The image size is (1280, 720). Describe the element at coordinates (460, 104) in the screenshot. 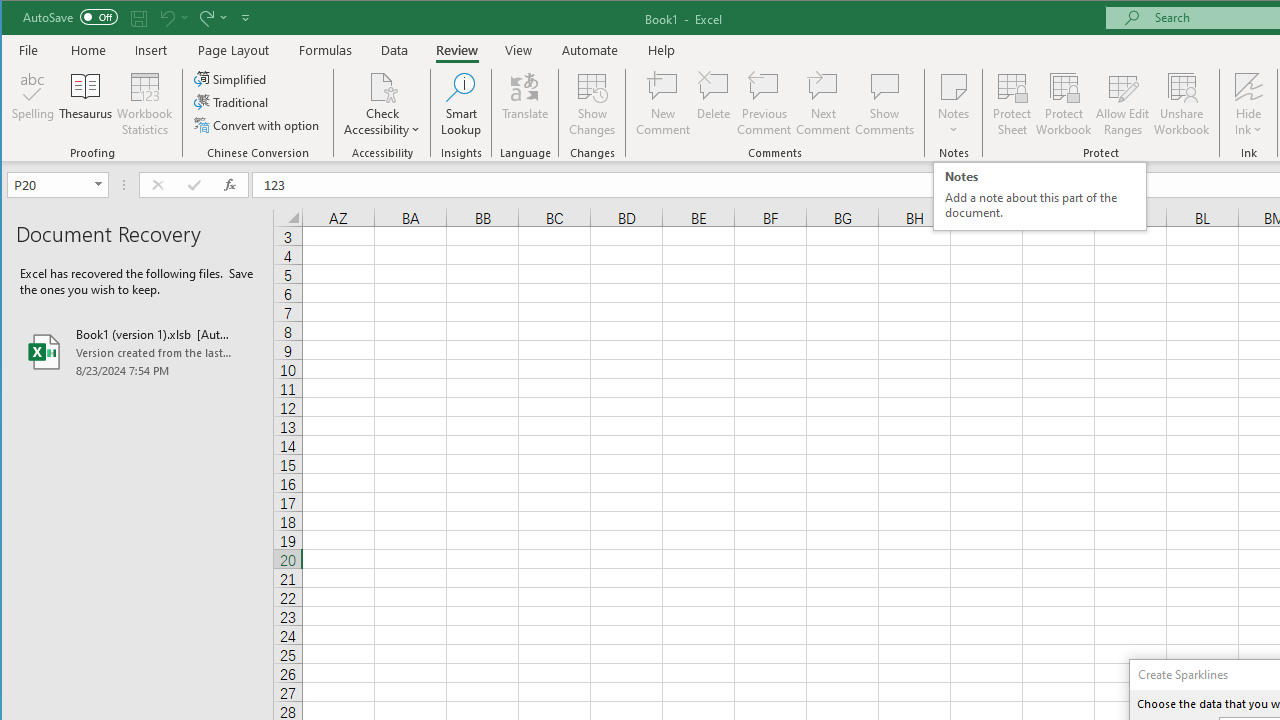

I see `'Smart Lookup'` at that location.